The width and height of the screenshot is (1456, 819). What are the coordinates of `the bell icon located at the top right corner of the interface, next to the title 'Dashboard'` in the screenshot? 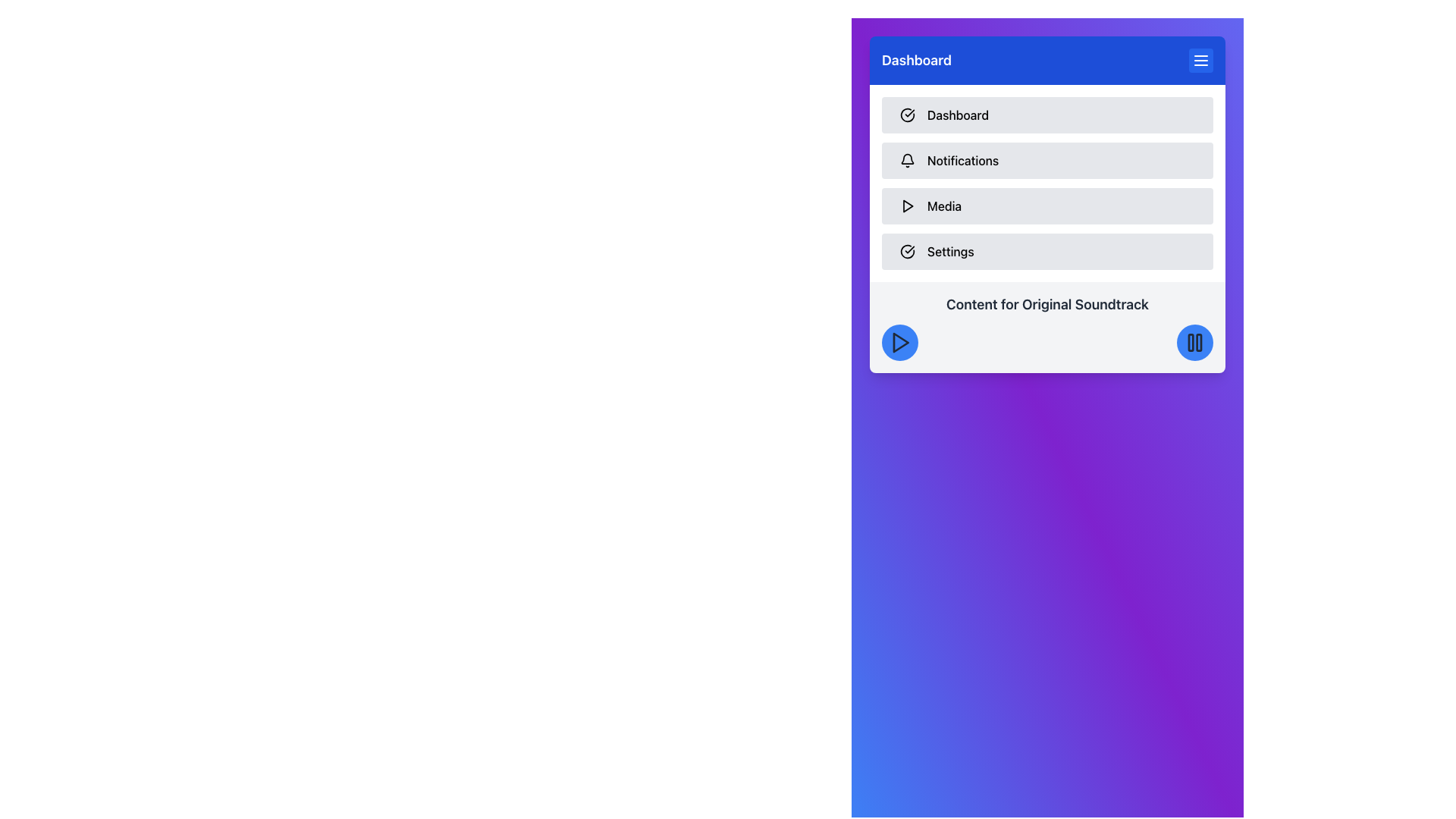 It's located at (907, 158).